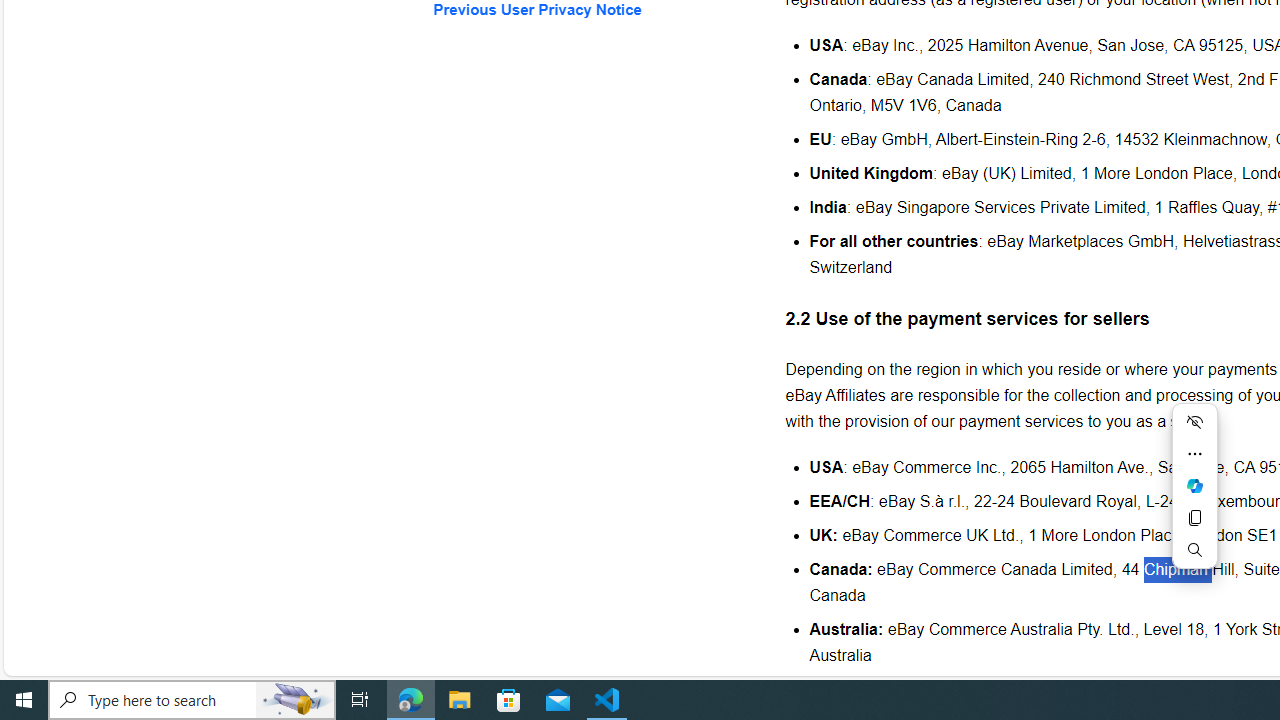  Describe the element at coordinates (1194, 420) in the screenshot. I see `'Hide menu'` at that location.